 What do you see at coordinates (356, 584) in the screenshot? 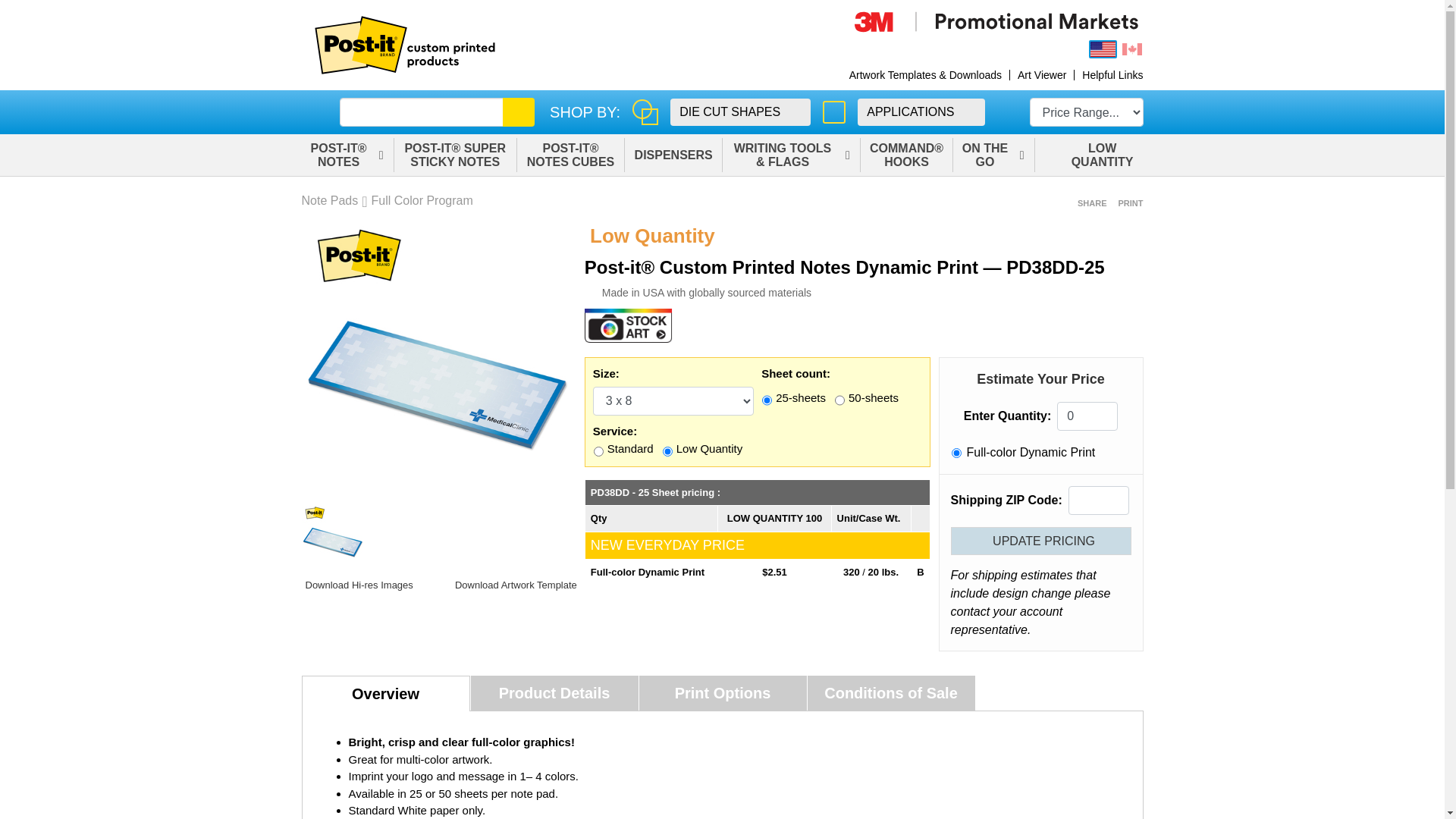
I see `'Download Hi-res Images'` at bounding box center [356, 584].